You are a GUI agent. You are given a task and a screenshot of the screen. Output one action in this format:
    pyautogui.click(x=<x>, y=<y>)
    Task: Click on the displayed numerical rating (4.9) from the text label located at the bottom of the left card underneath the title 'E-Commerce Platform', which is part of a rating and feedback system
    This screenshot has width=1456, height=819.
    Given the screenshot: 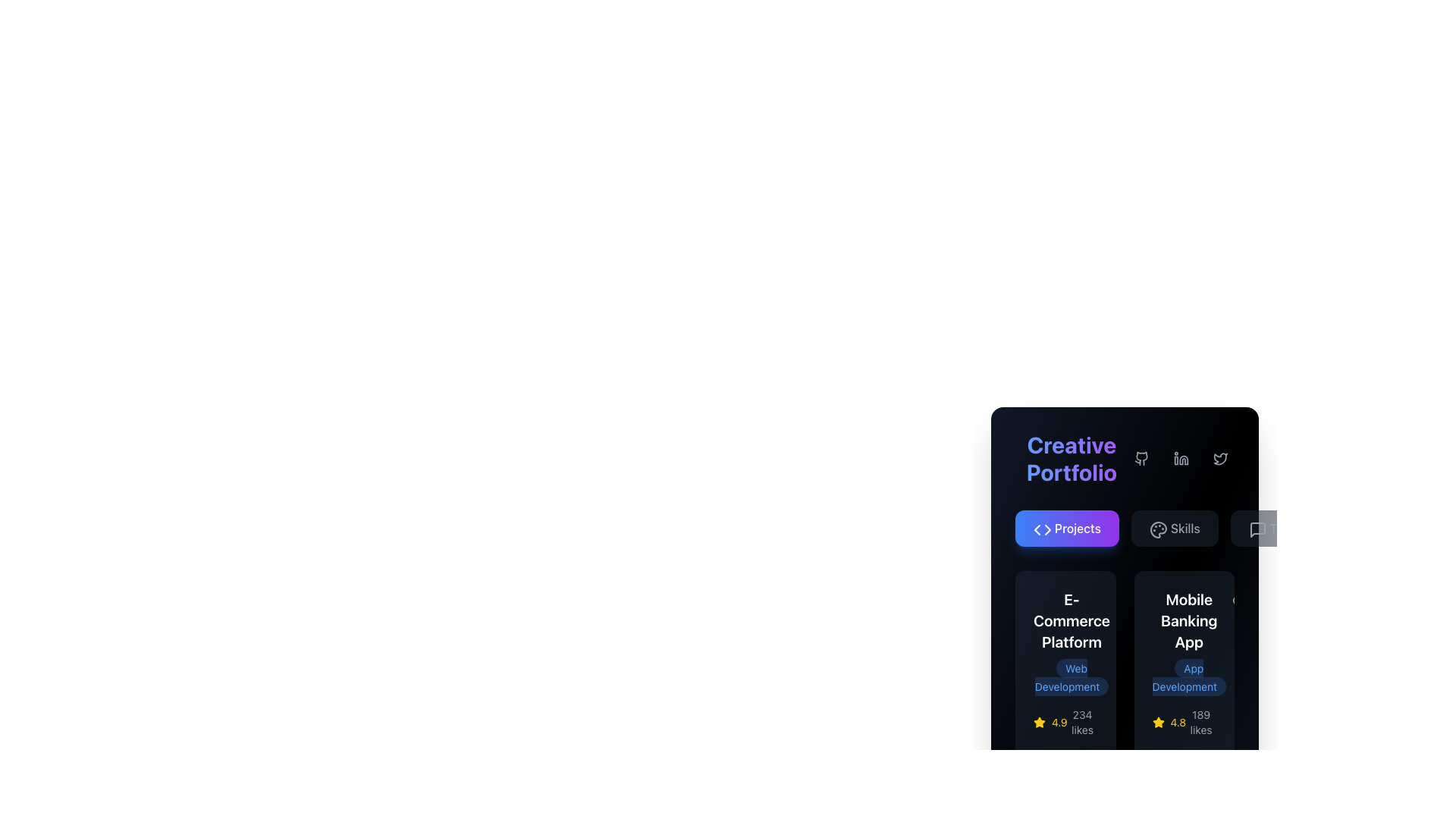 What is the action you would take?
    pyautogui.click(x=1059, y=721)
    